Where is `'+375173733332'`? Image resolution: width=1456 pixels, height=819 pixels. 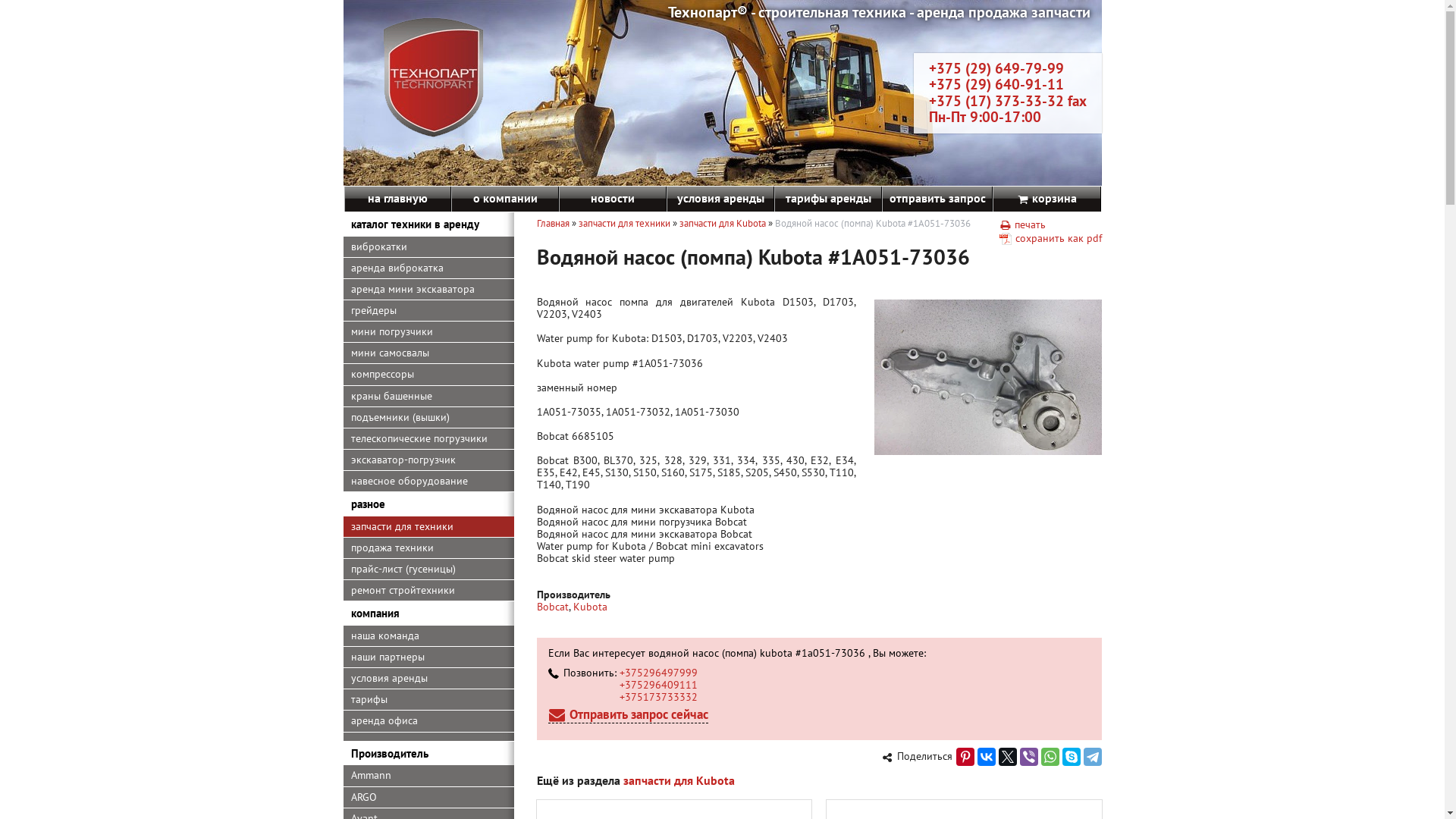 '+375173733332' is located at coordinates (657, 696).